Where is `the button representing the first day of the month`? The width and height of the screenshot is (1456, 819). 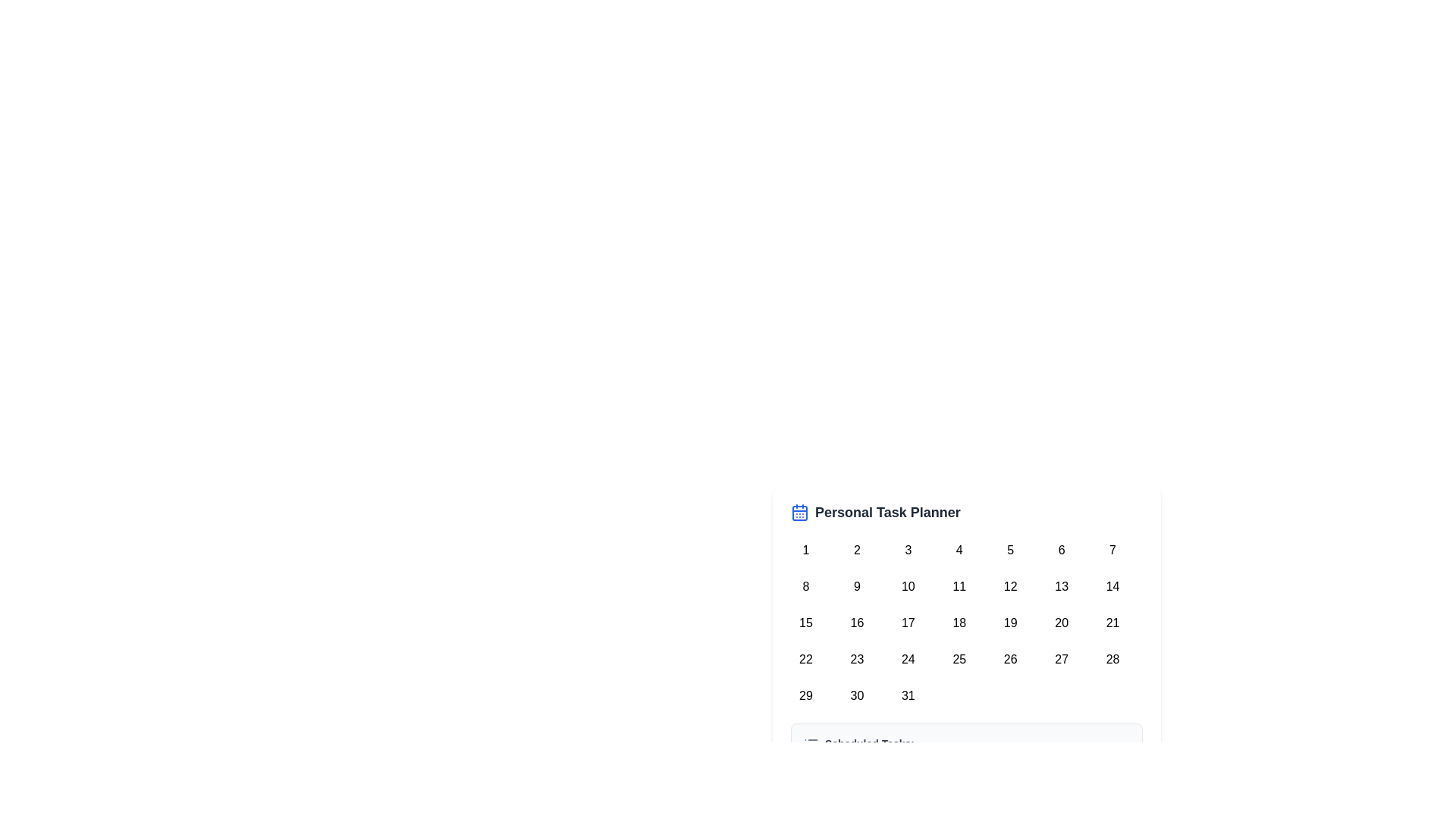
the button representing the first day of the month is located at coordinates (805, 550).